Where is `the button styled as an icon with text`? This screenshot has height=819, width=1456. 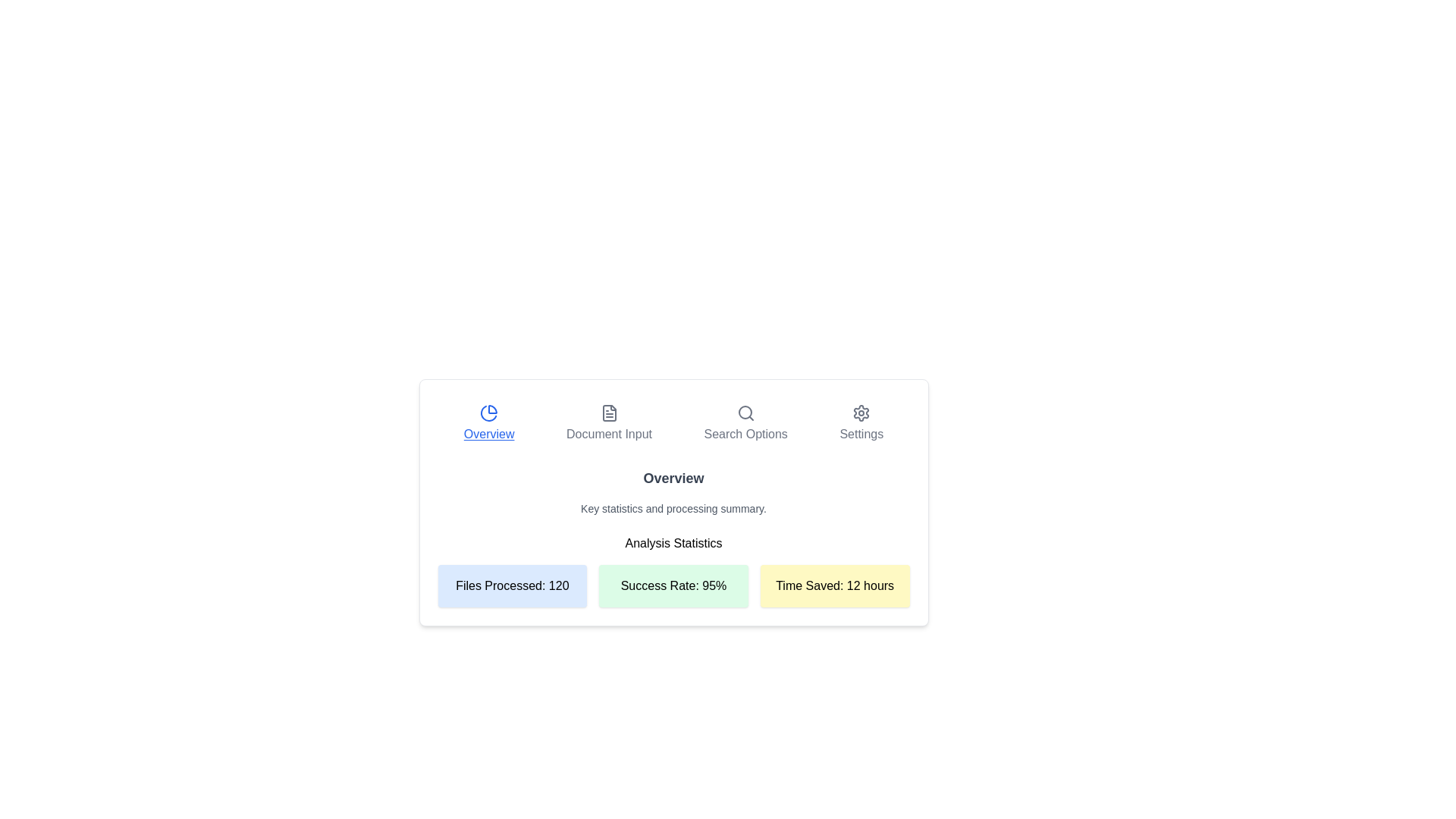
the button styled as an icon with text is located at coordinates (609, 424).